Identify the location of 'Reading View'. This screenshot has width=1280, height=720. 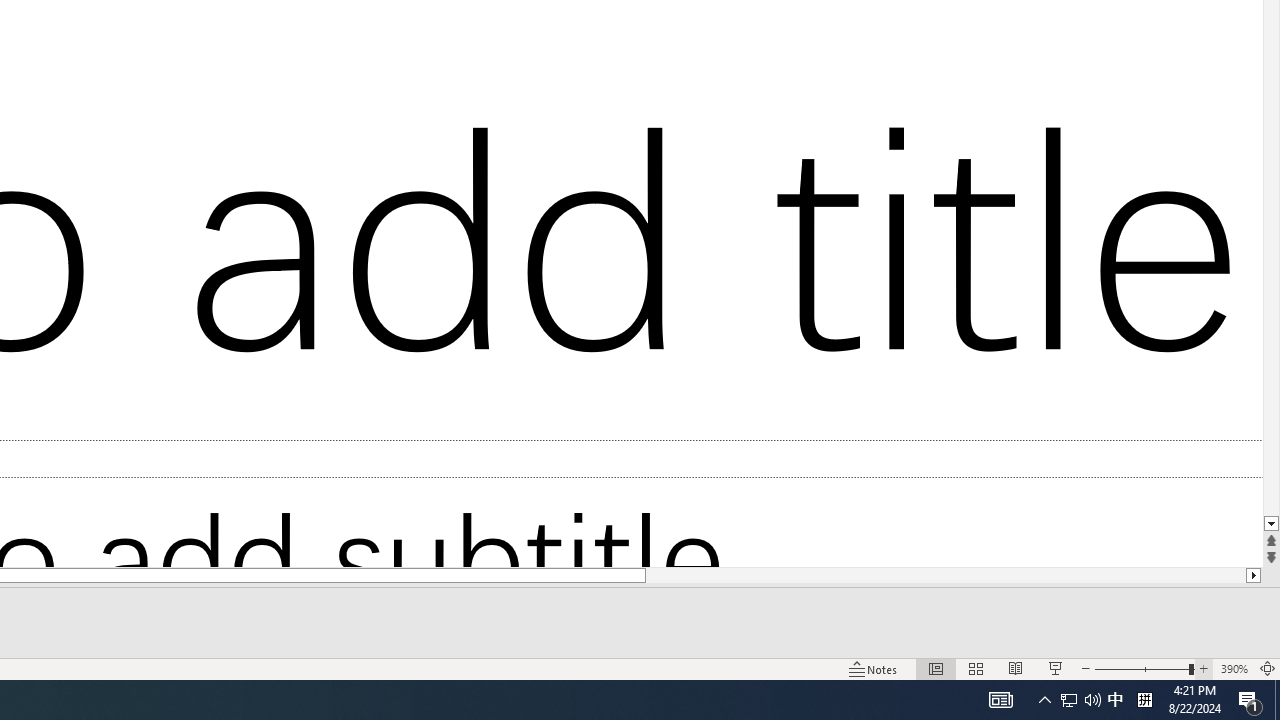
(1015, 669).